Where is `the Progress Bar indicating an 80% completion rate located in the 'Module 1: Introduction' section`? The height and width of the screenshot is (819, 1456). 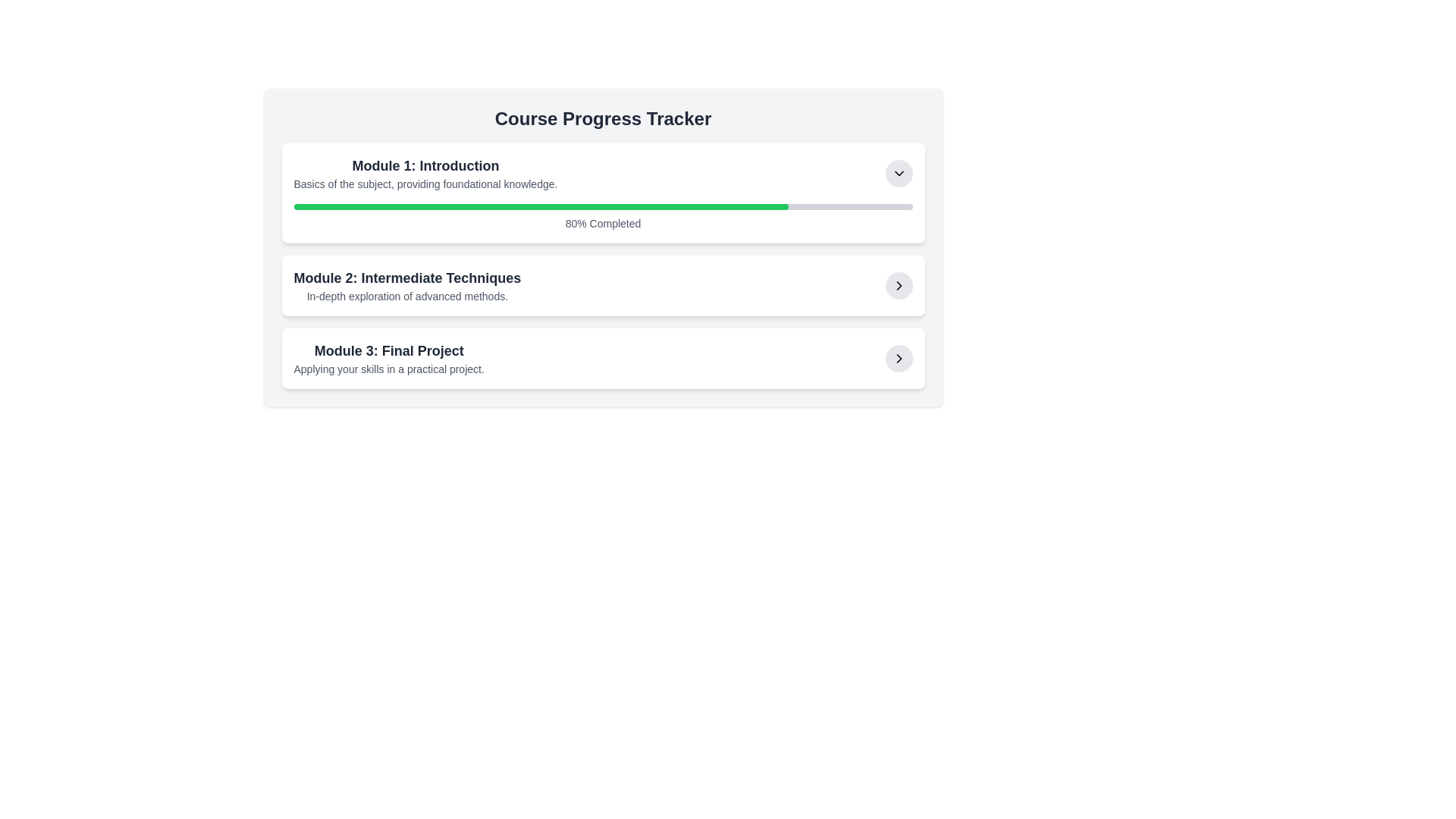
the Progress Bar indicating an 80% completion rate located in the 'Module 1: Introduction' section is located at coordinates (602, 217).